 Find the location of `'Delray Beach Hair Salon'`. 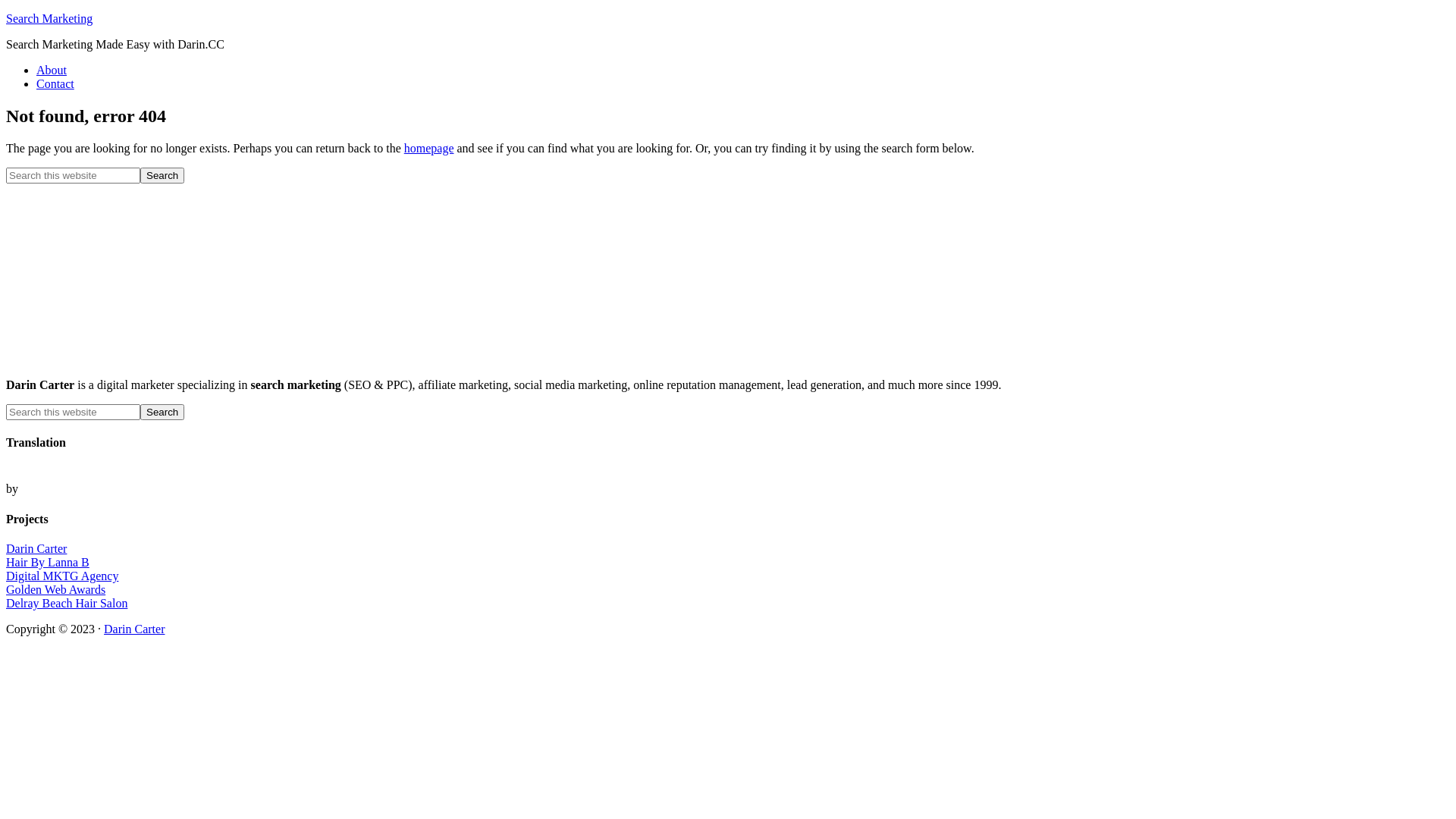

'Delray Beach Hair Salon' is located at coordinates (65, 602).